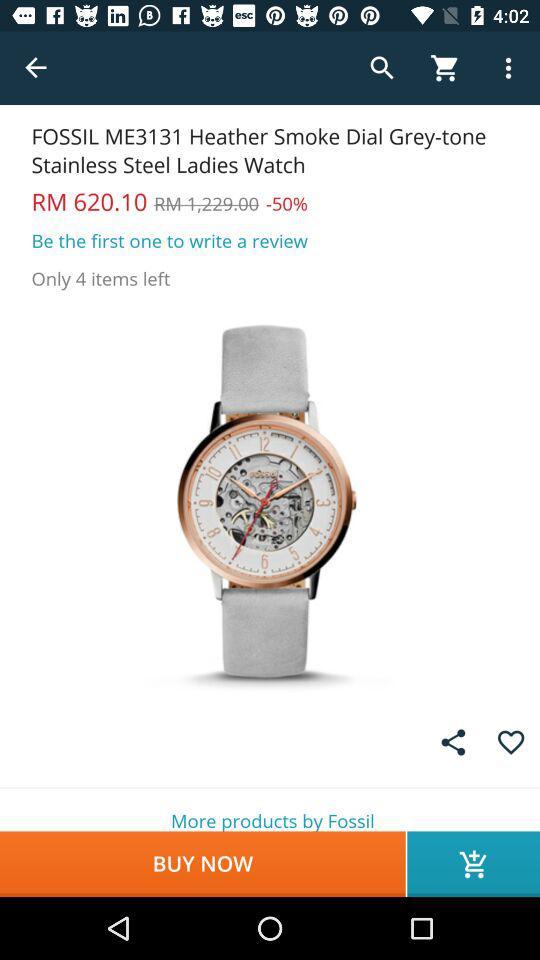  Describe the element at coordinates (270, 500) in the screenshot. I see `picture` at that location.